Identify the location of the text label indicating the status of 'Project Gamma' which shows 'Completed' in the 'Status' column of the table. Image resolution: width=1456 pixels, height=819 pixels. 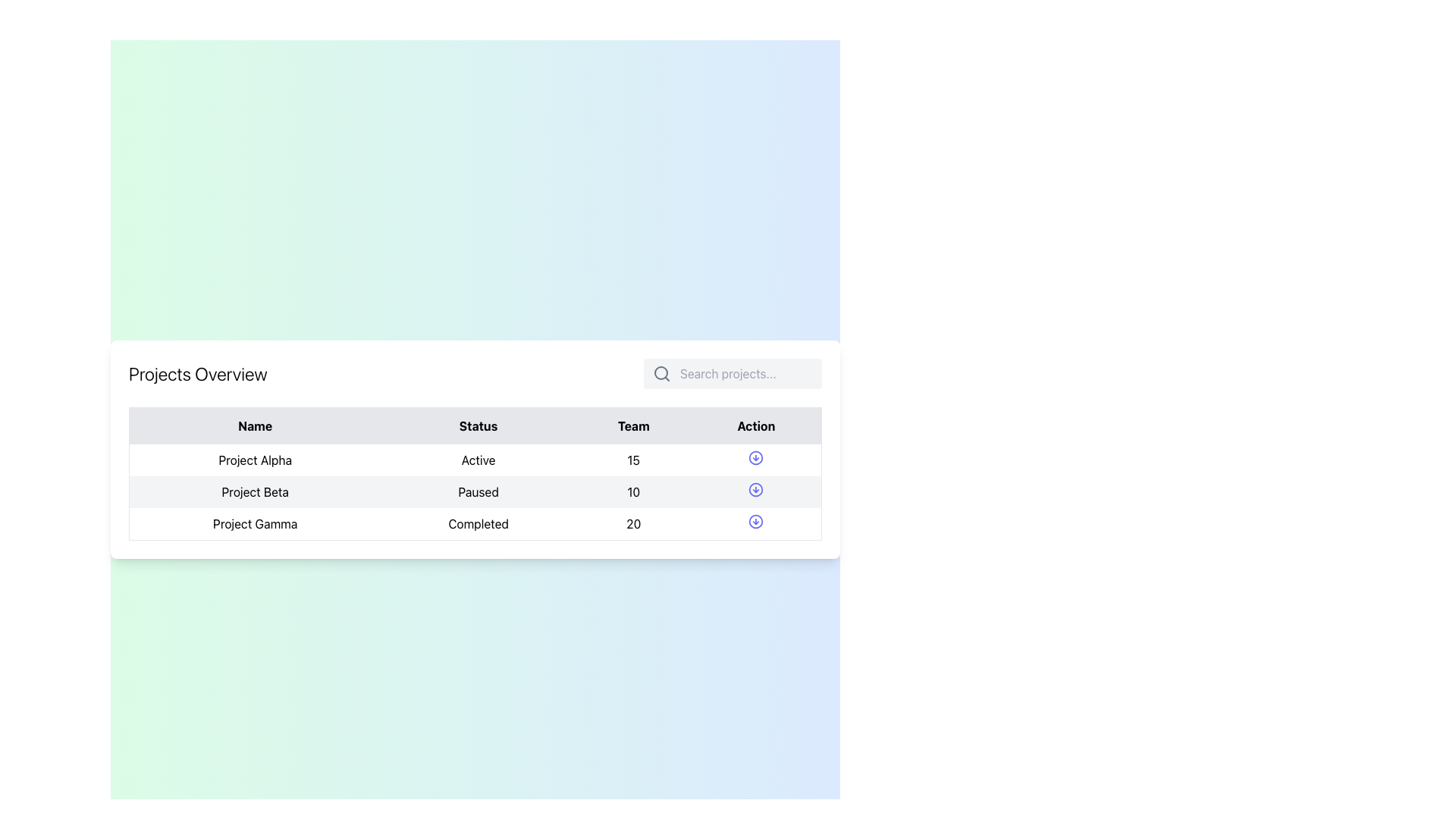
(478, 523).